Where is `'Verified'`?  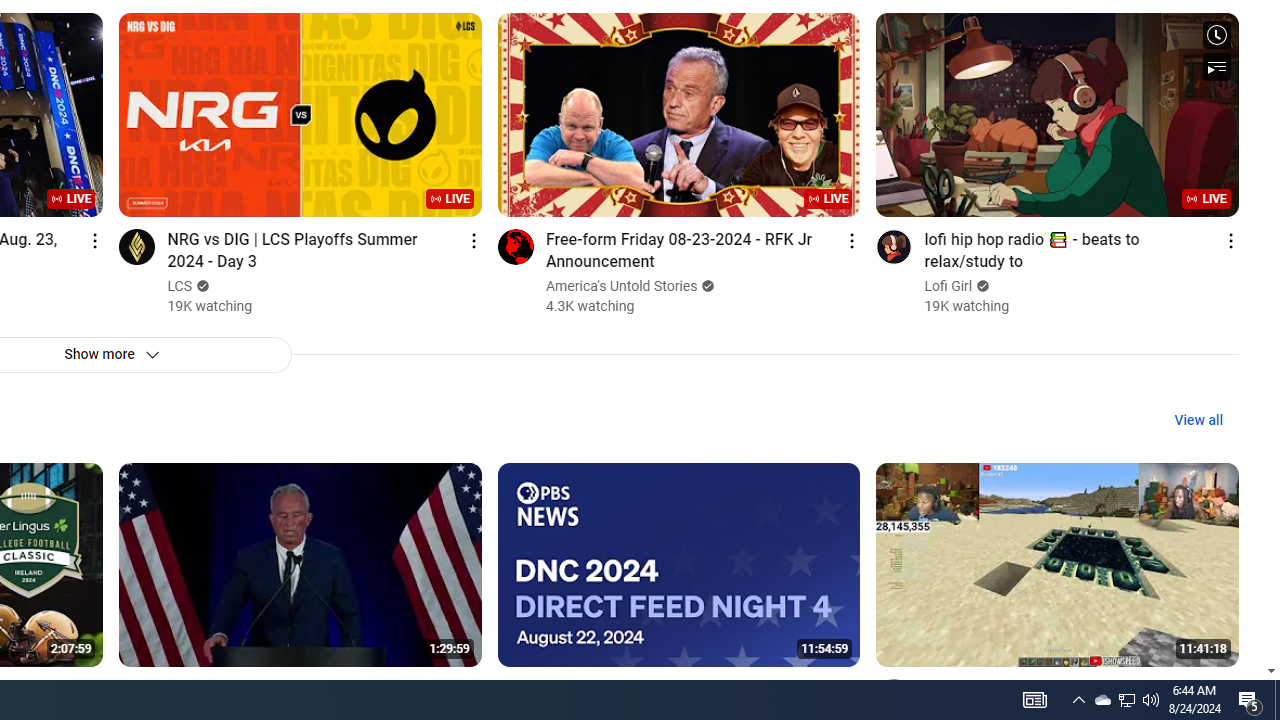
'Verified' is located at coordinates (981, 286).